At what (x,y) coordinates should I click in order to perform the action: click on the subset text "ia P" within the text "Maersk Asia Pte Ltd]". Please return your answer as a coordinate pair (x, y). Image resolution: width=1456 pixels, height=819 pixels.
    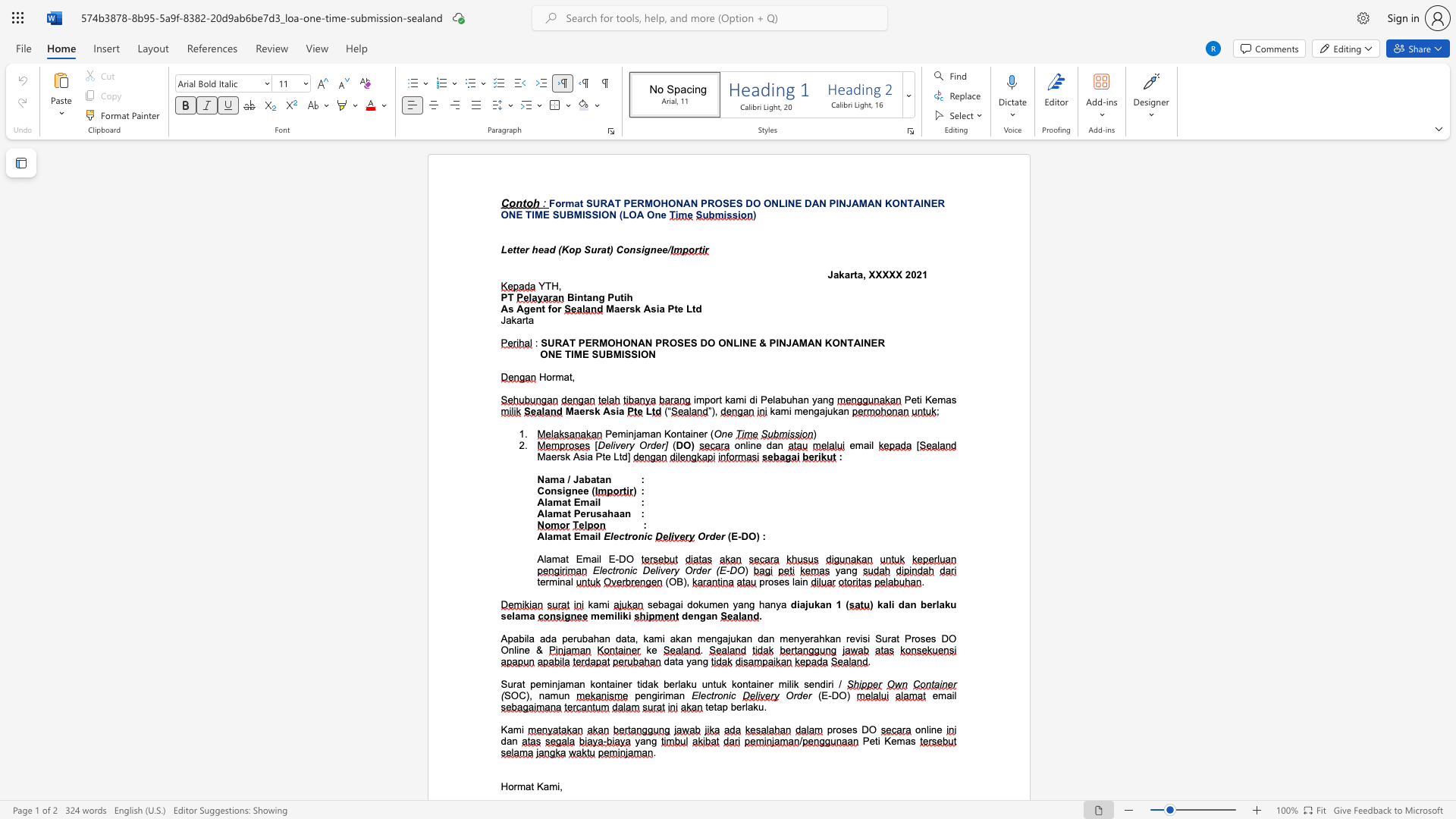
    Looking at the image, I should click on (584, 456).